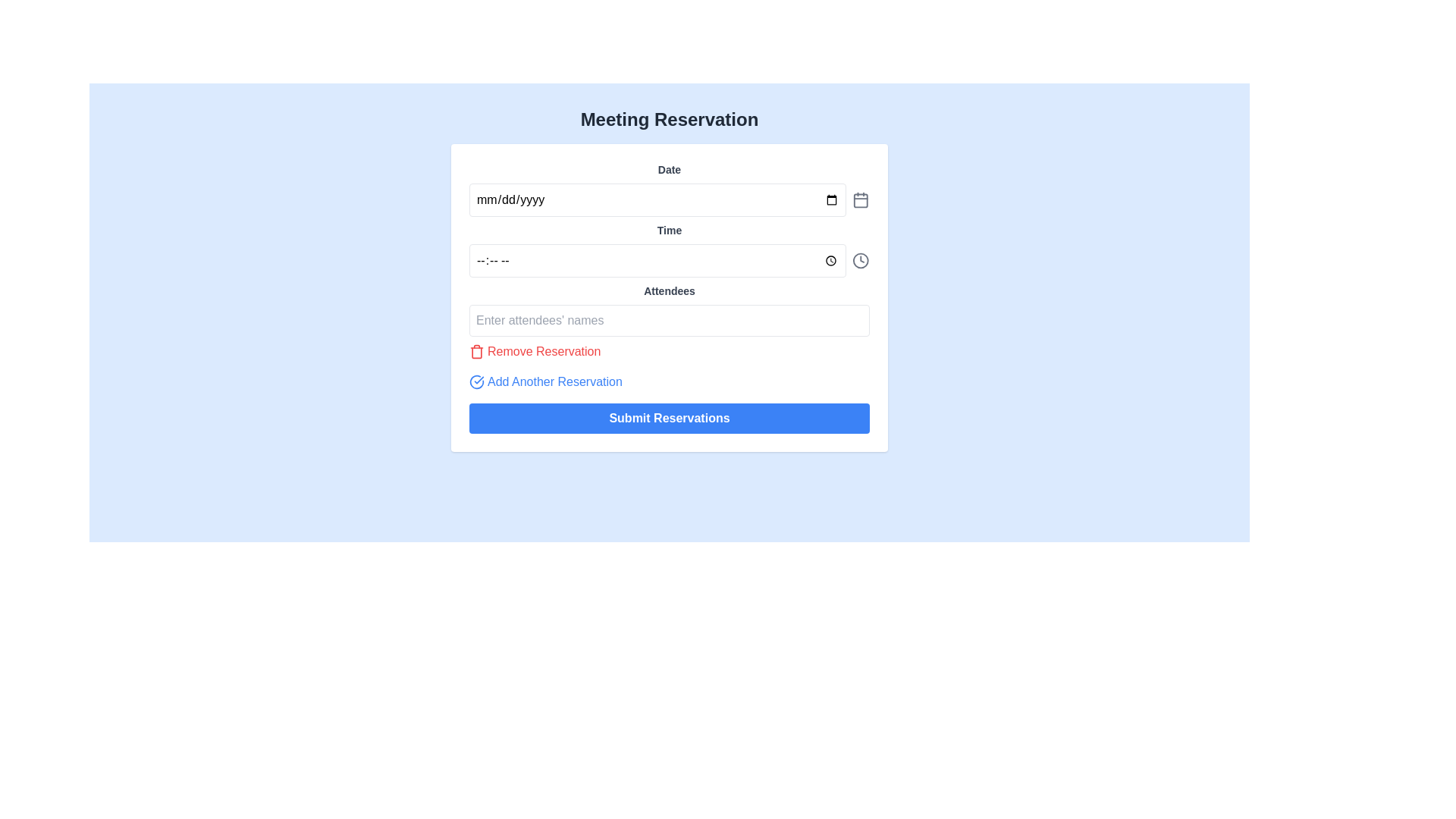 The image size is (1456, 819). Describe the element at coordinates (861, 259) in the screenshot. I see `the clock icon, which is an outlined circle with hour and minute hands, styled in gray, located to the right of the 'Time' input field` at that location.